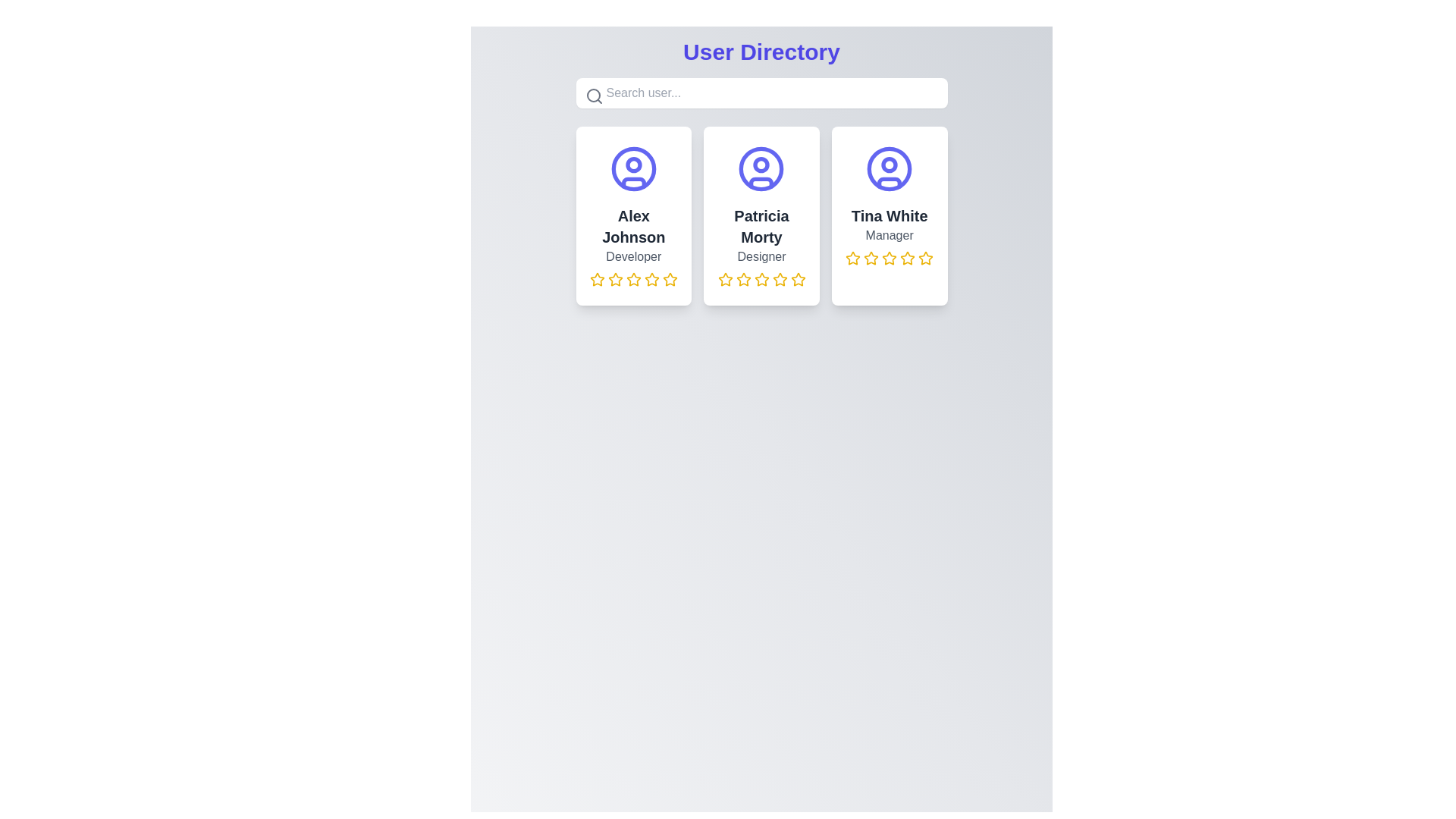  I want to click on the first yellow star icon in the five-star rating system below the name 'Alex Johnson' to modify the rating, so click(596, 280).